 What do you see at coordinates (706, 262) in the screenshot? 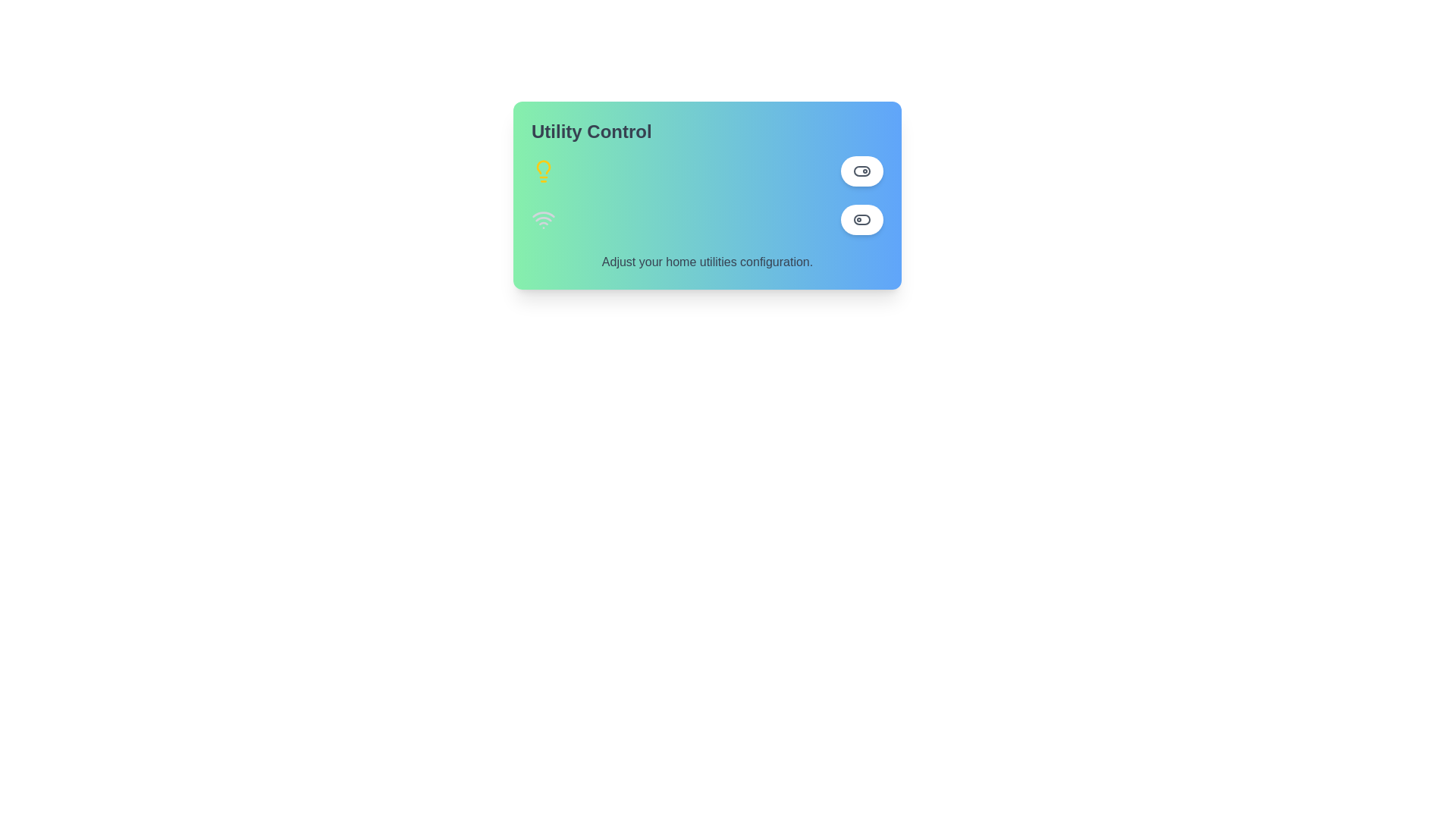
I see `text label displaying 'Adjust your home utilities configuration.' which is centrally positioned at the bottom of the gradient background panel` at bounding box center [706, 262].